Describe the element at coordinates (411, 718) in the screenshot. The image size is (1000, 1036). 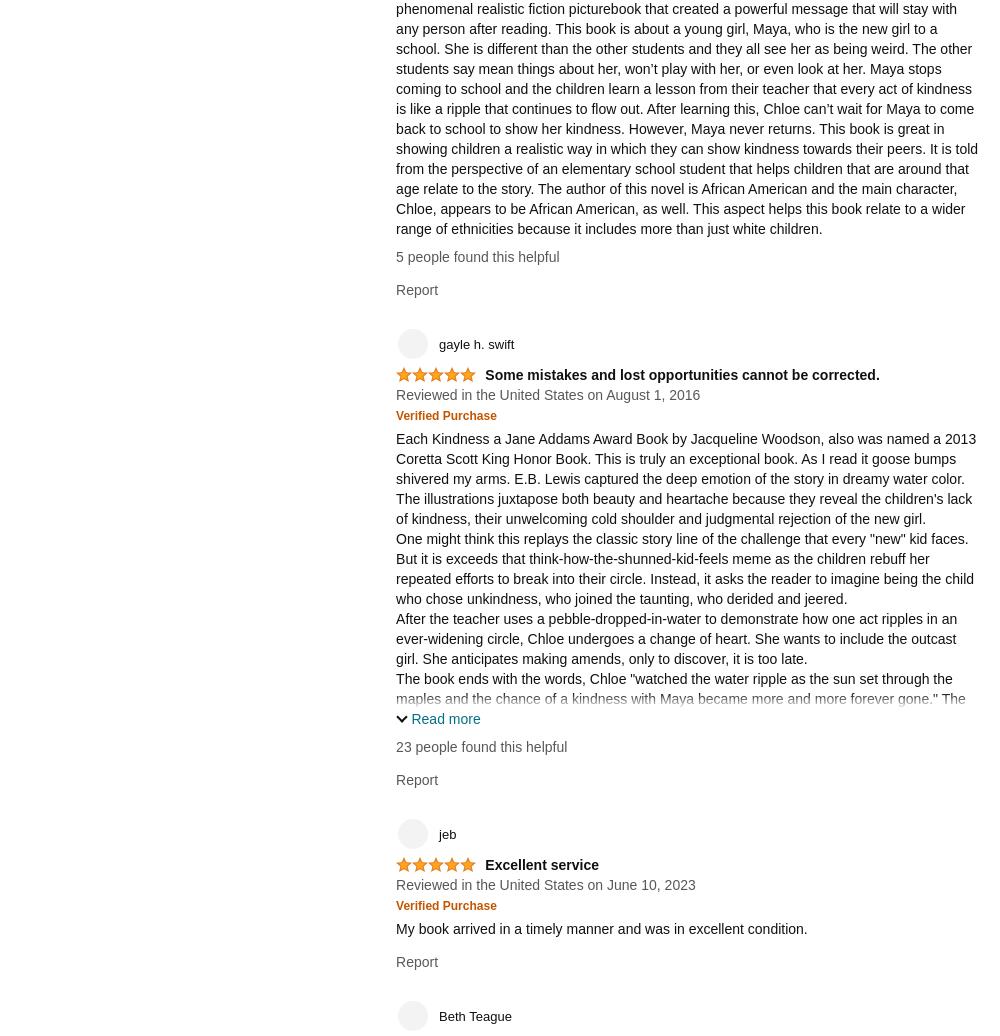
I see `'Read more'` at that location.